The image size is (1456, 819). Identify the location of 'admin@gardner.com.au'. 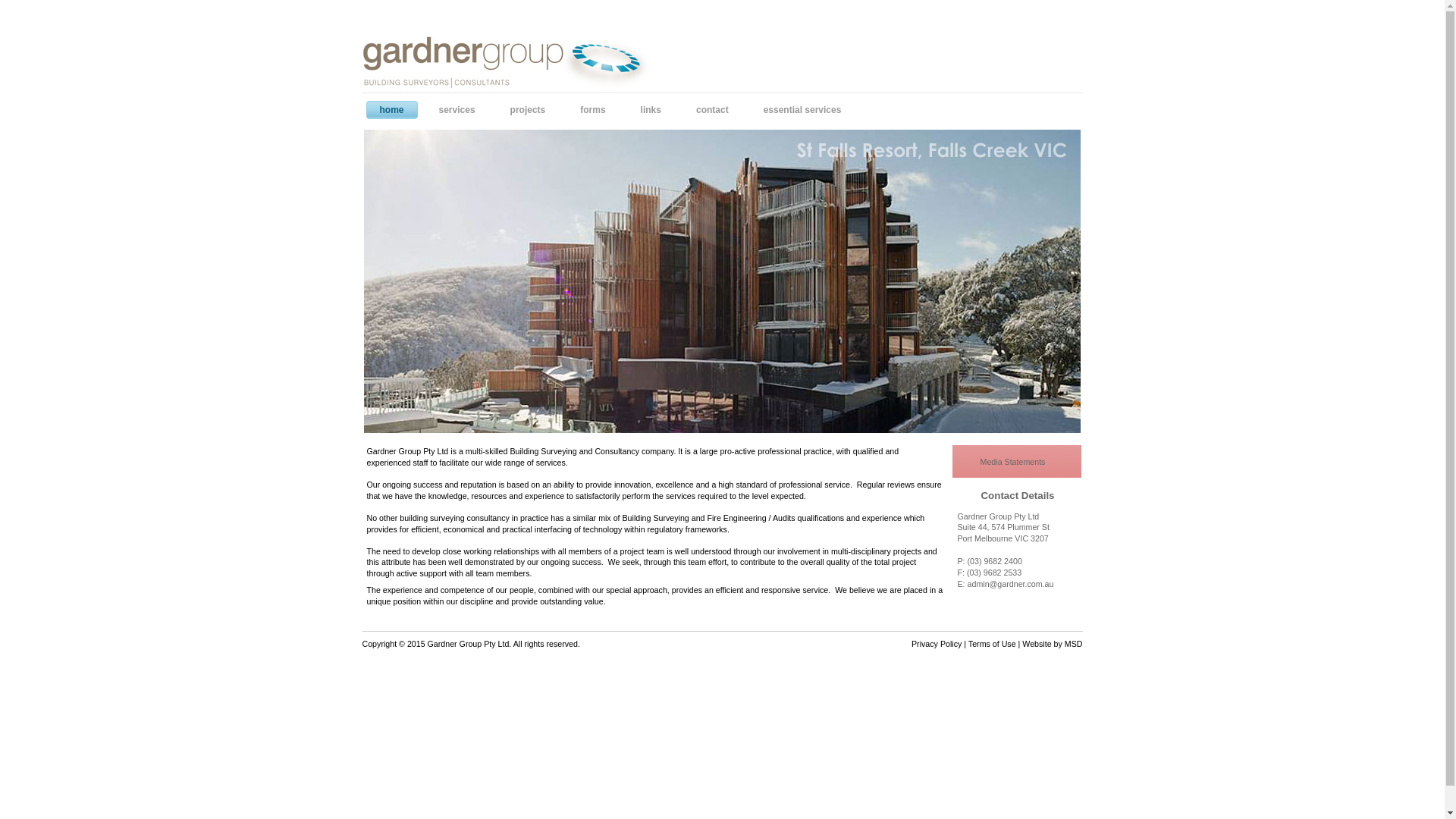
(1015, 584).